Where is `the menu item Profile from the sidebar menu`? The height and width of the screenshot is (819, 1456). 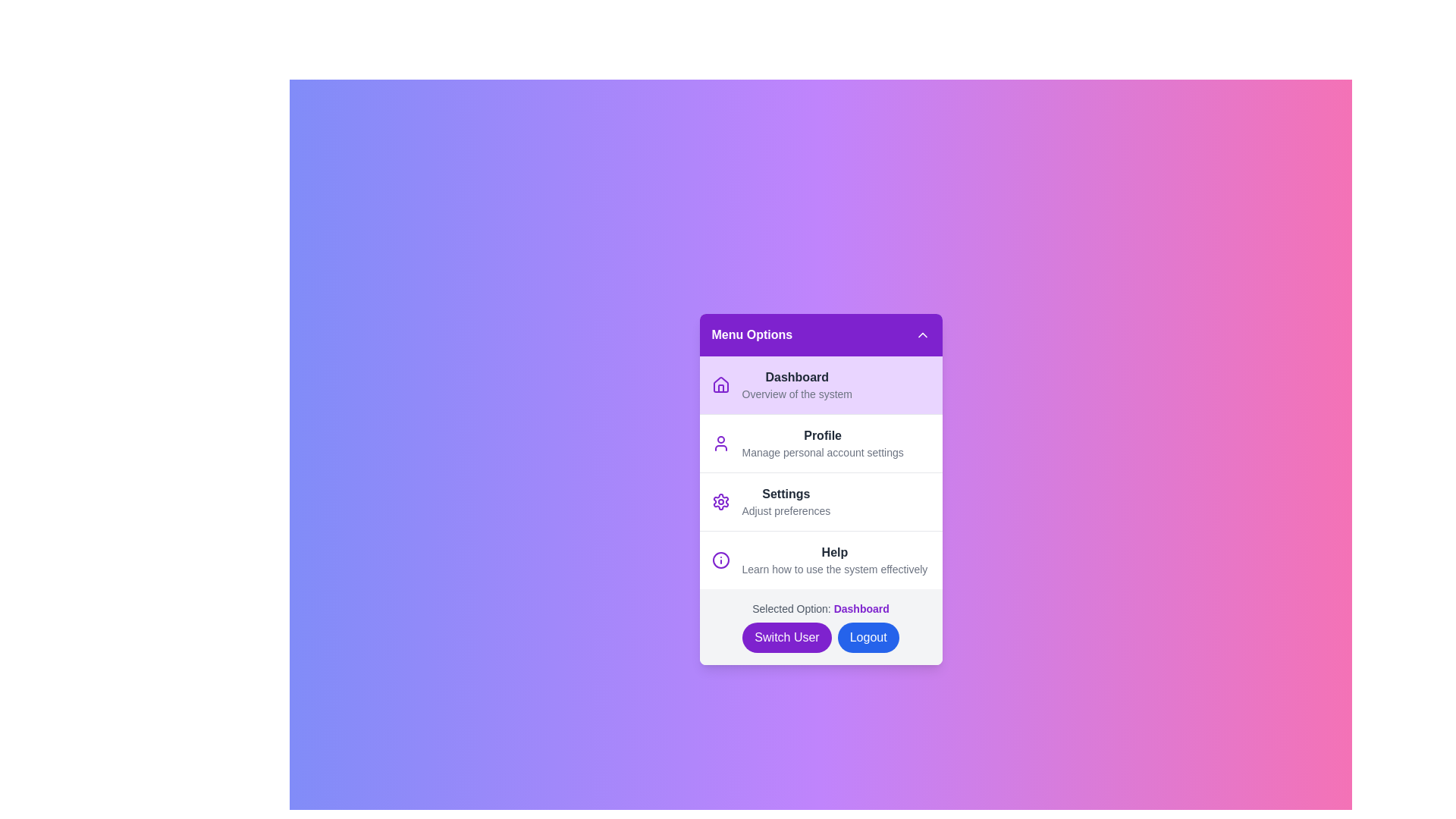
the menu item Profile from the sidebar menu is located at coordinates (820, 442).